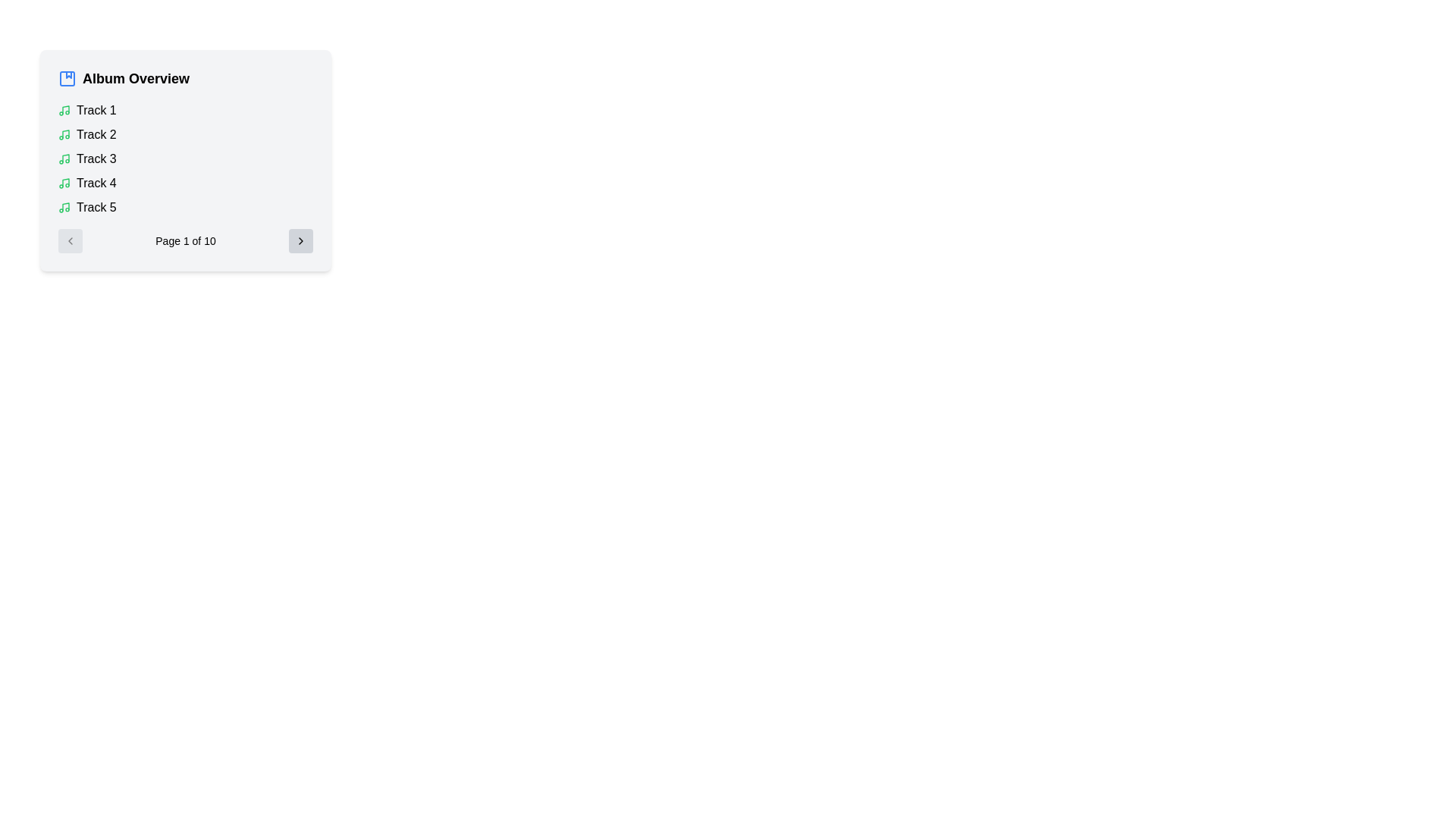 This screenshot has height=819, width=1456. What do you see at coordinates (67, 79) in the screenshot?
I see `the blue album cover icon with a triangular play button, located on the leftmost side of the 'Album Overview' title section` at bounding box center [67, 79].